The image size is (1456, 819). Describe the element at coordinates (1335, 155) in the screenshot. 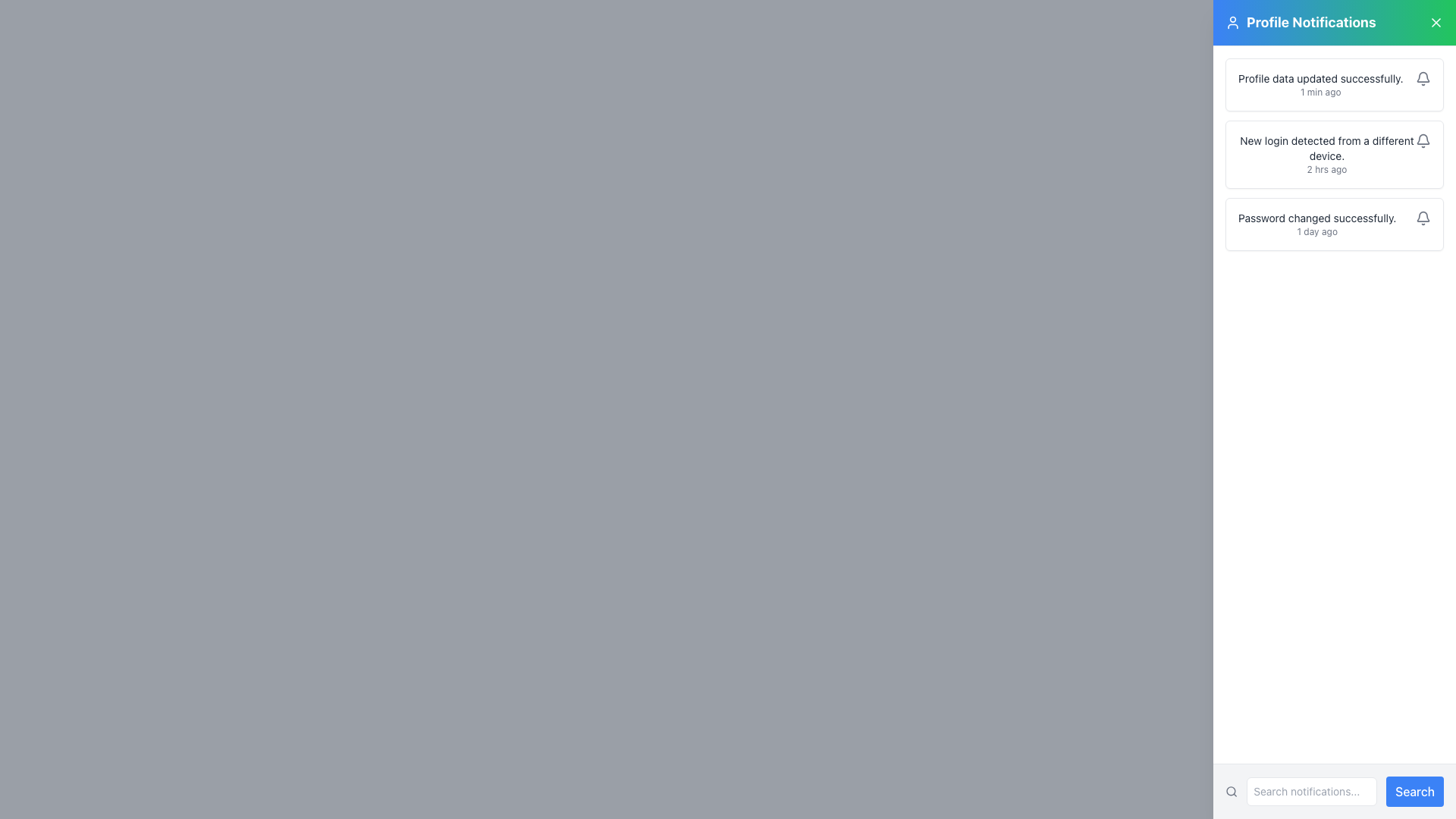

I see `the second notification card in the 'Profile Notifications' sidebar, which contains the message 'New login detected from a different device.'` at that location.